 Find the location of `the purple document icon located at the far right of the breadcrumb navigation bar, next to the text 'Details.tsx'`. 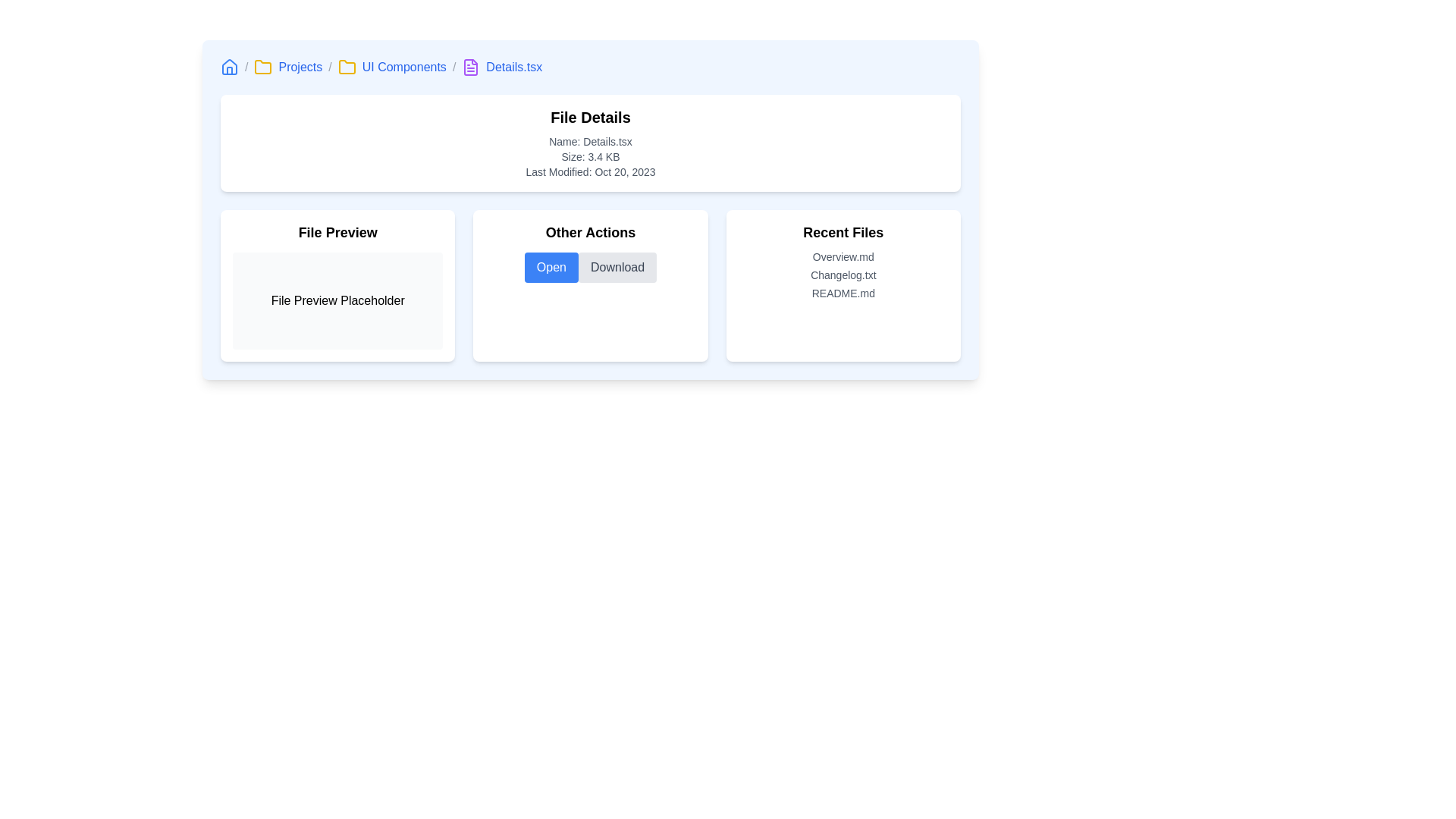

the purple document icon located at the far right of the breadcrumb navigation bar, next to the text 'Details.tsx' is located at coordinates (470, 66).